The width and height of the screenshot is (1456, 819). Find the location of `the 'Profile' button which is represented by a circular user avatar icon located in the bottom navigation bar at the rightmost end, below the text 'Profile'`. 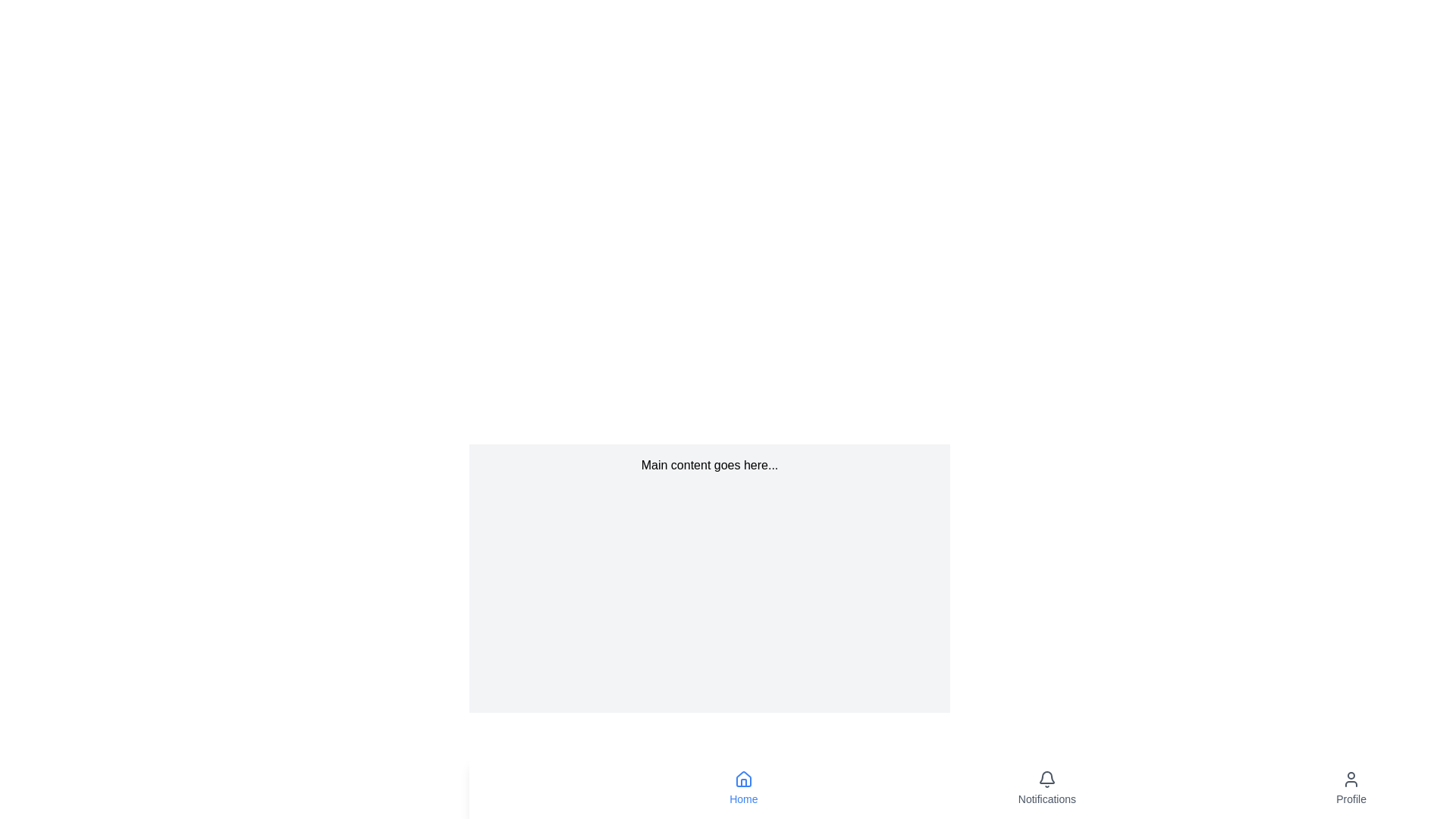

the 'Profile' button which is represented by a circular user avatar icon located in the bottom navigation bar at the rightmost end, below the text 'Profile' is located at coordinates (1351, 788).